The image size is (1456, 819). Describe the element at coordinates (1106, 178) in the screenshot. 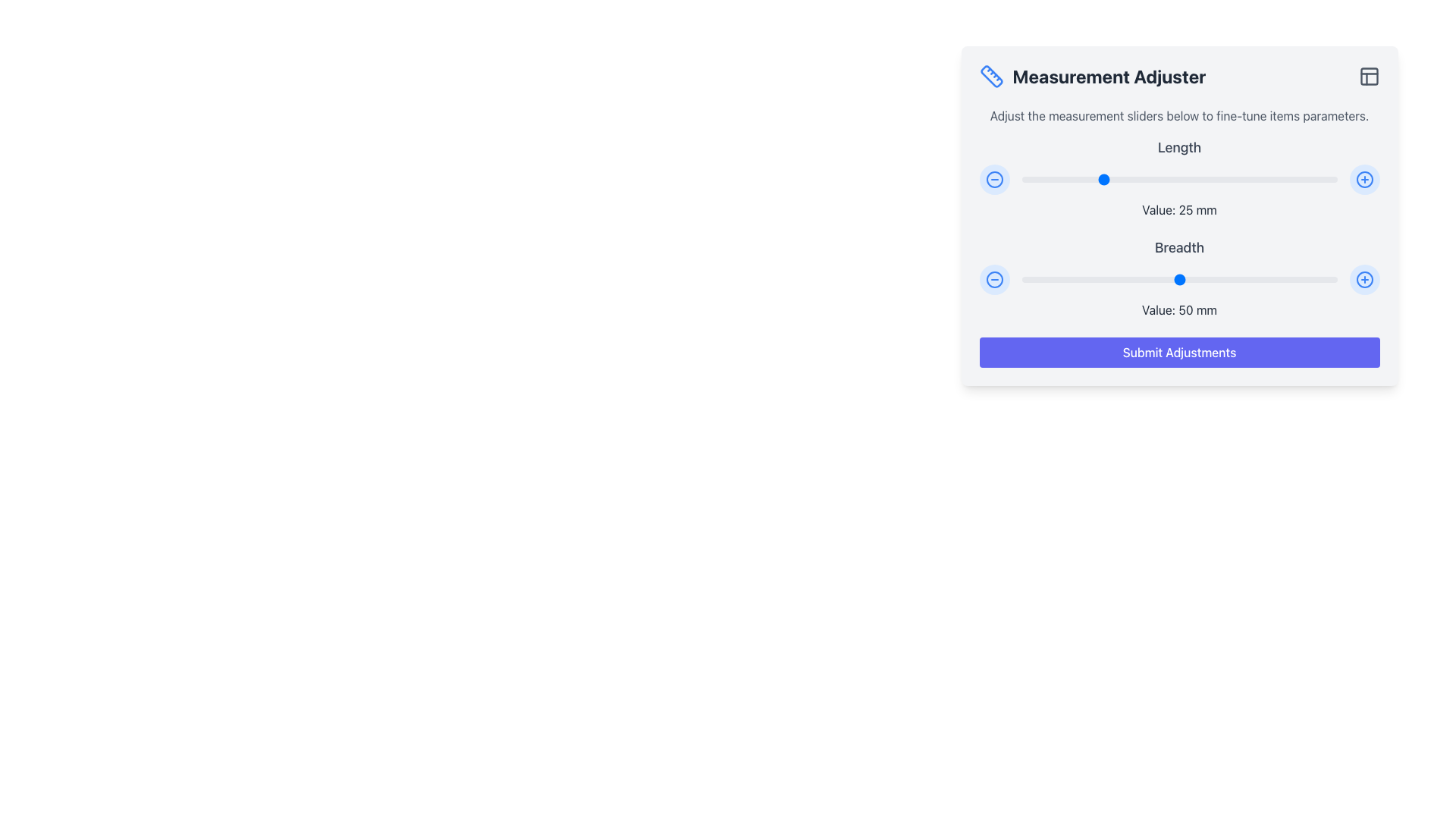

I see `the length value` at that location.